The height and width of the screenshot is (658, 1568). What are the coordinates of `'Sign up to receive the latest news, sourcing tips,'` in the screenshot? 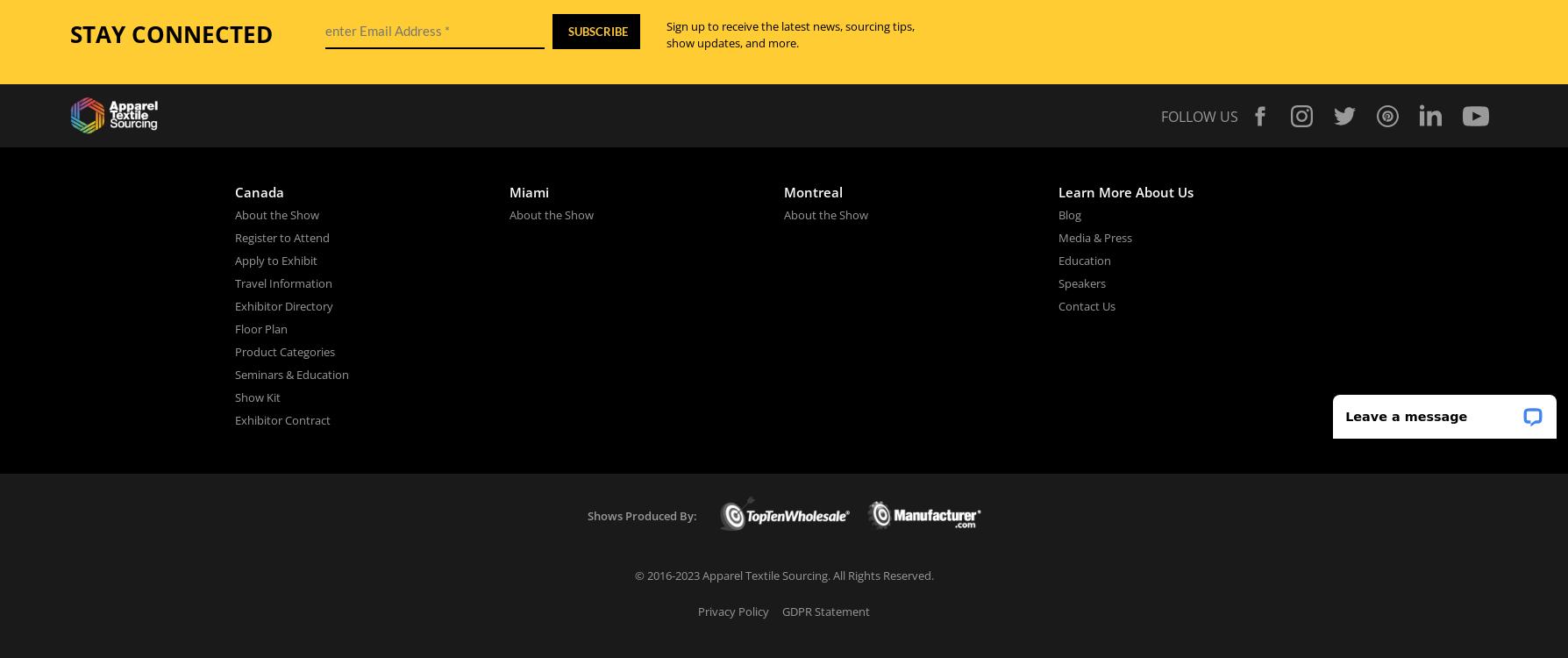 It's located at (790, 26).